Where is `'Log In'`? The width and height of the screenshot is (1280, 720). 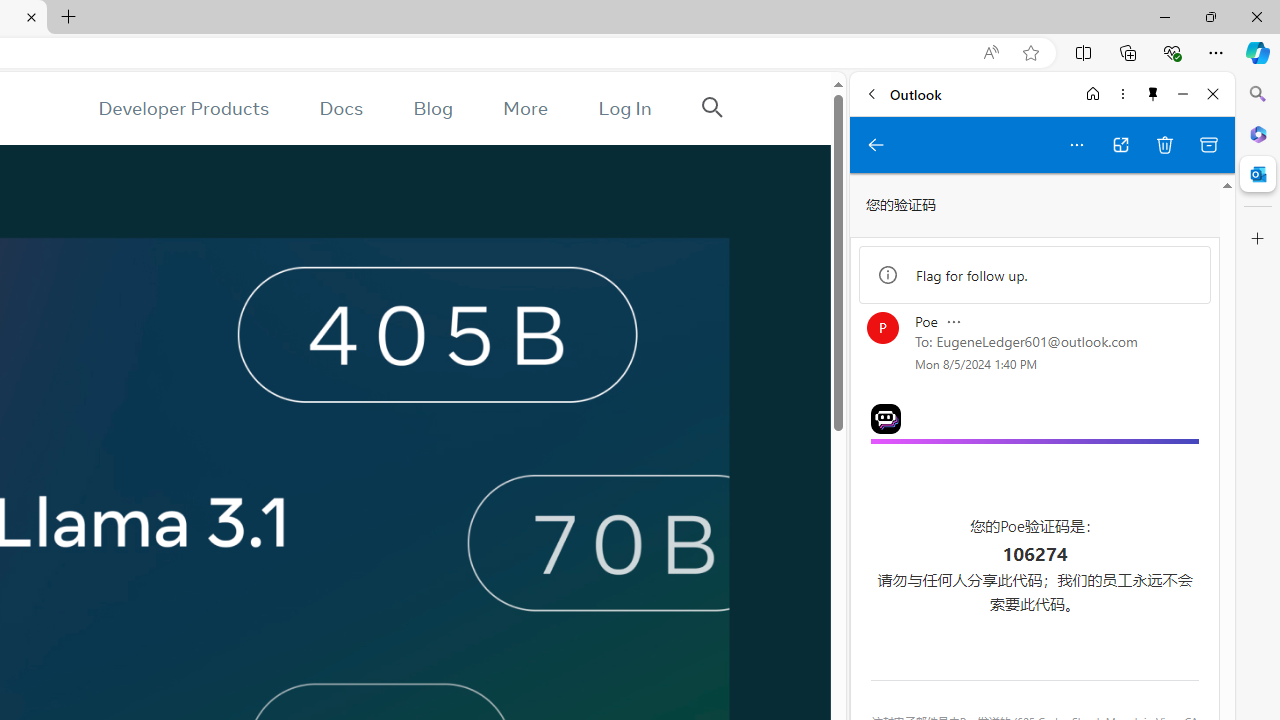 'Log In' is located at coordinates (624, 108).